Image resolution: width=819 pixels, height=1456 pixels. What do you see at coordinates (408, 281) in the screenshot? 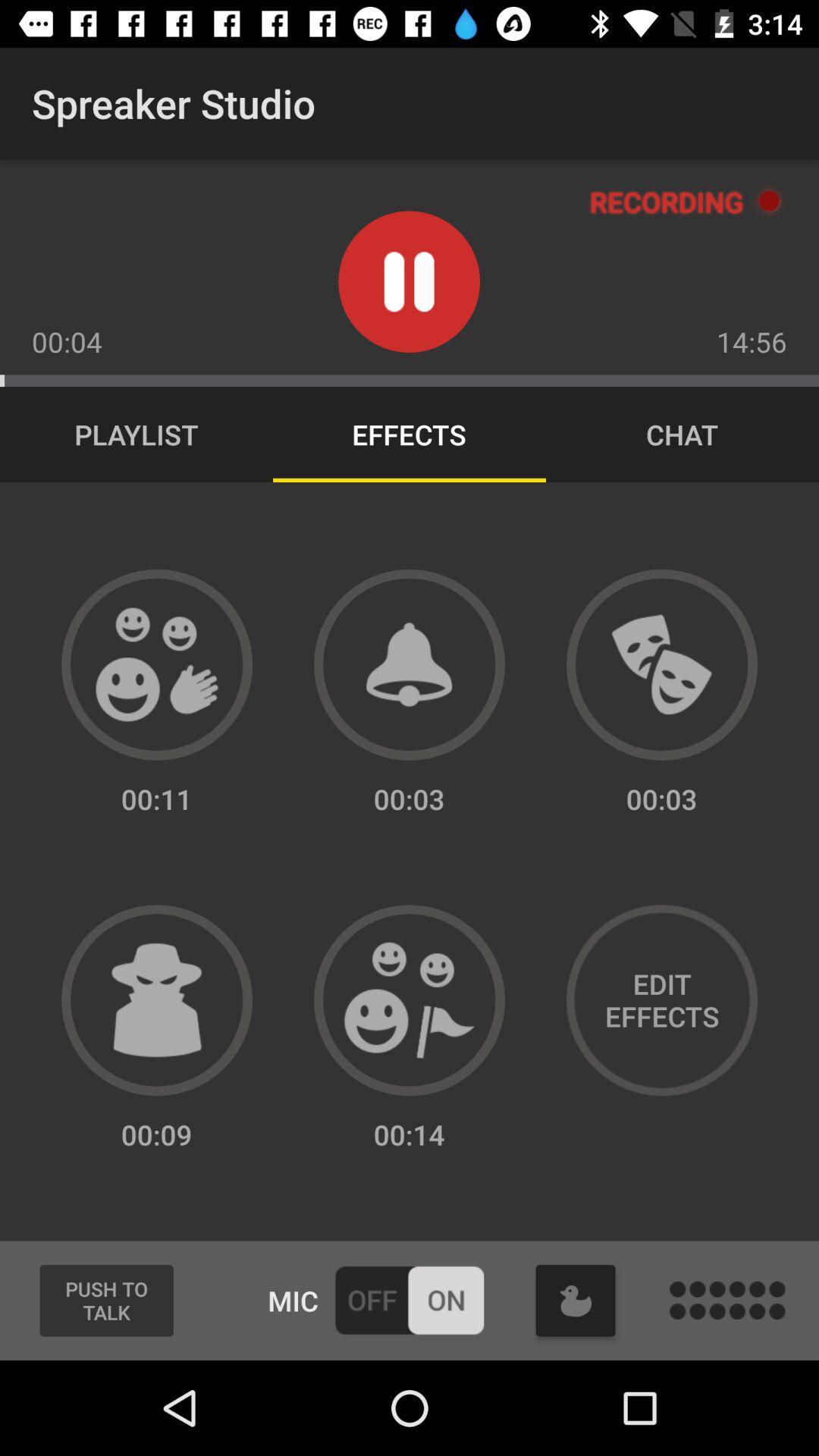
I see `a button to pause` at bounding box center [408, 281].